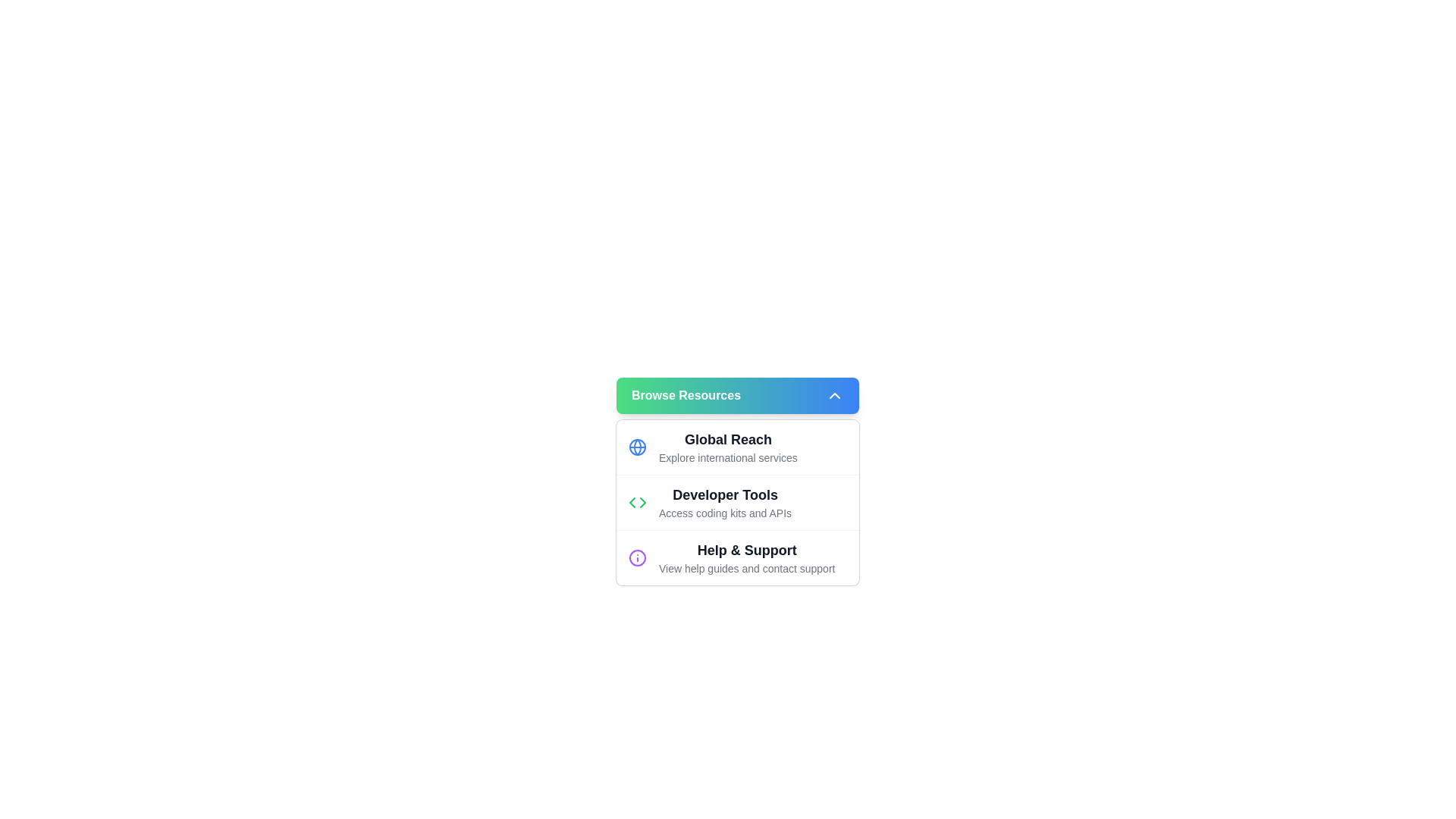 The width and height of the screenshot is (1456, 819). What do you see at coordinates (728, 447) in the screenshot?
I see `the 'Global Reach' text-label navigation item, which is the first item under the 'Browse Resources' header` at bounding box center [728, 447].